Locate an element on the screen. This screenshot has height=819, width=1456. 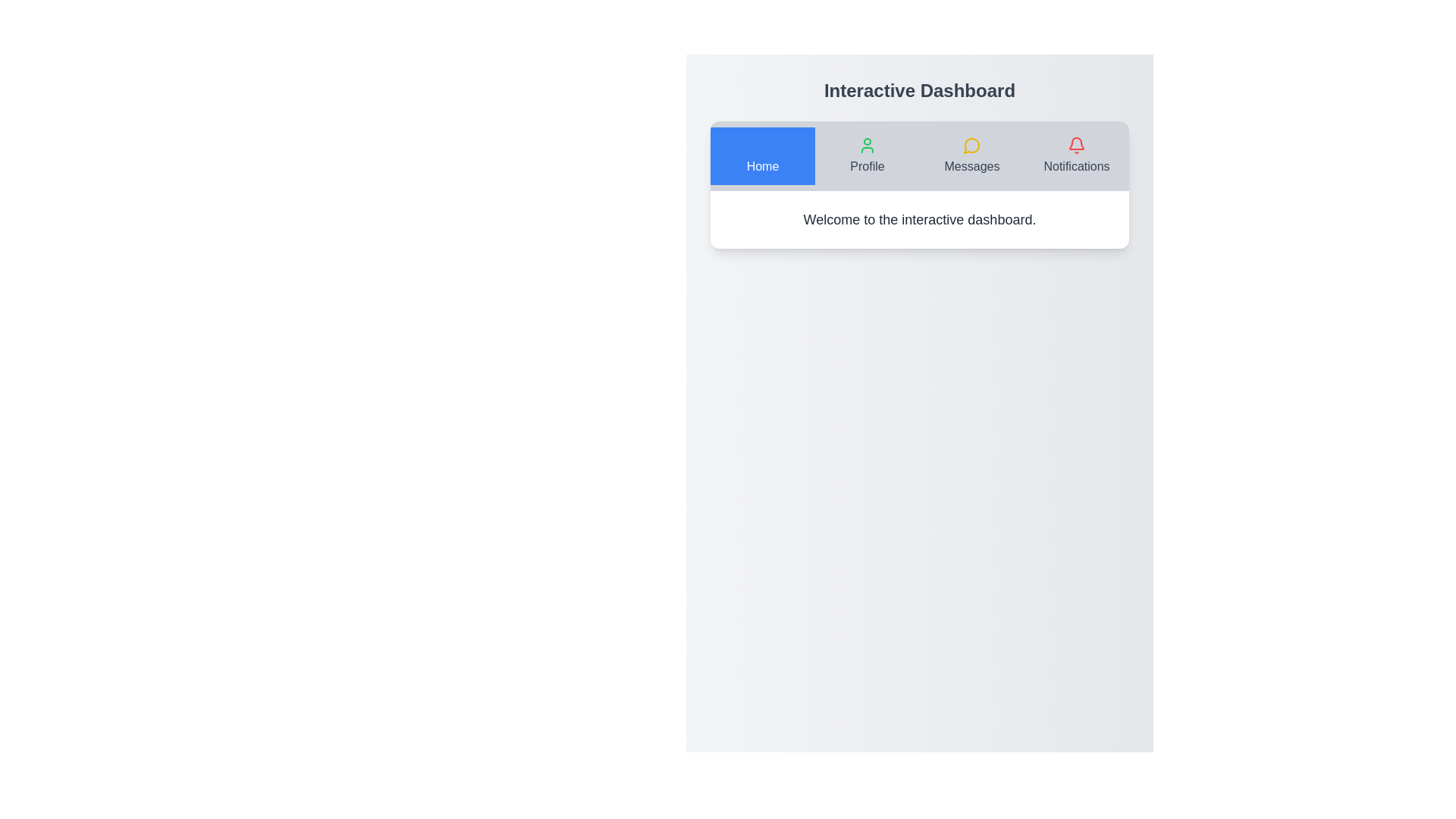
the bell icon in the top-right corner of the navigation bar labeled 'Notifications' is located at coordinates (1076, 155).